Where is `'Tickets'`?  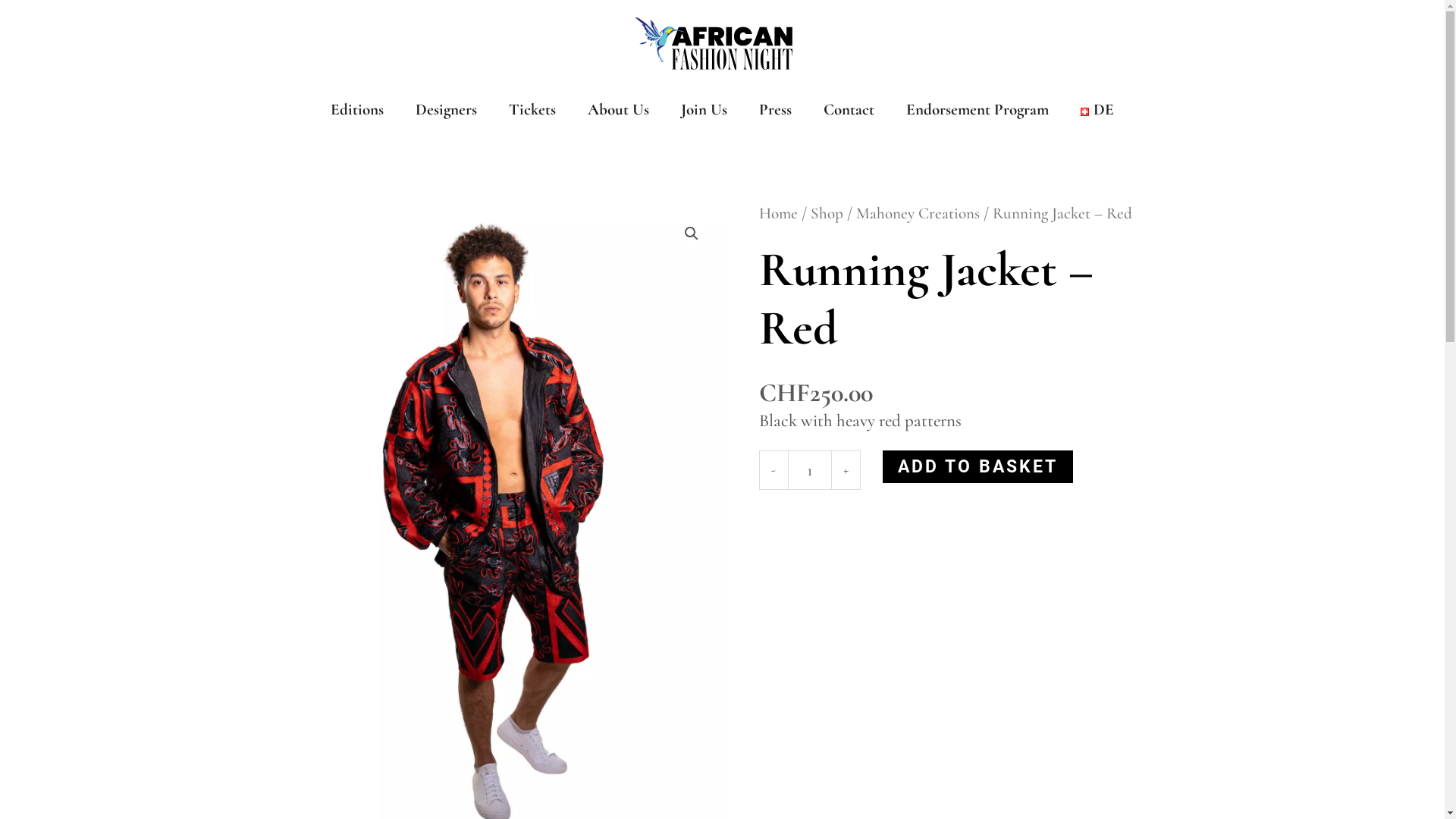
'Tickets' is located at coordinates (532, 109).